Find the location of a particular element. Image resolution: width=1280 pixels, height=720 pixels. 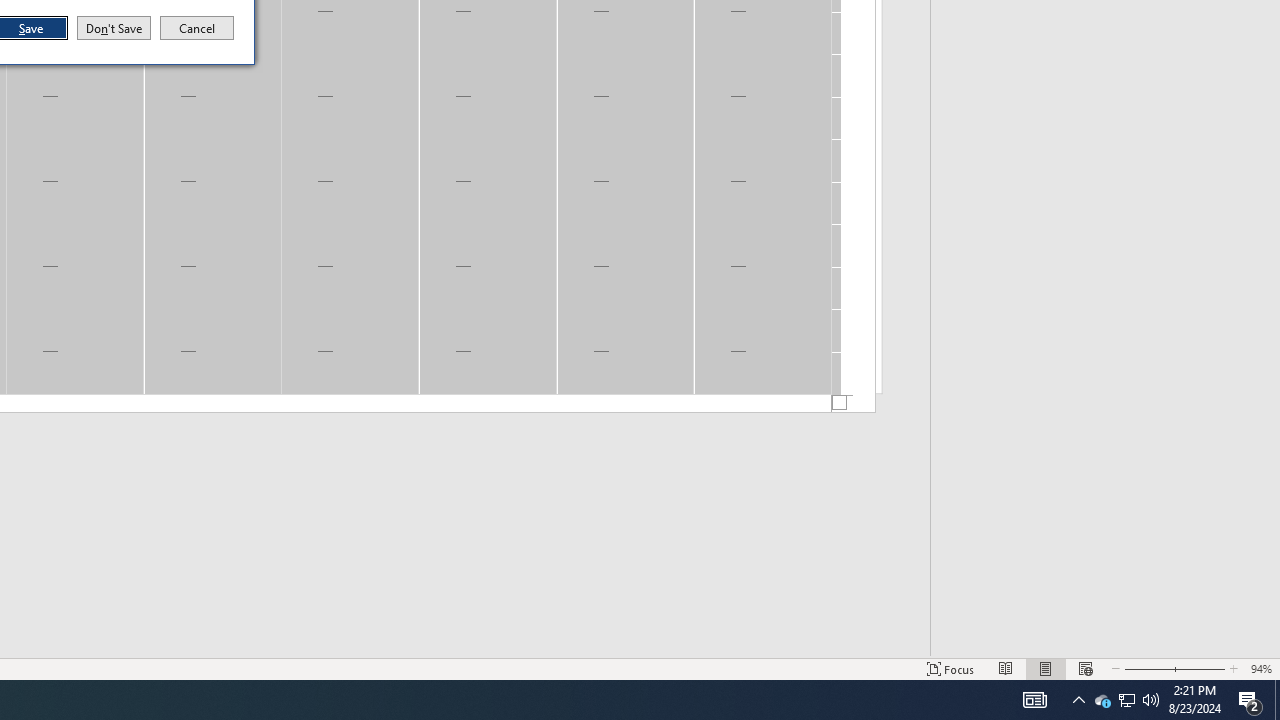

'Zoom Out' is located at coordinates (1147, 669).